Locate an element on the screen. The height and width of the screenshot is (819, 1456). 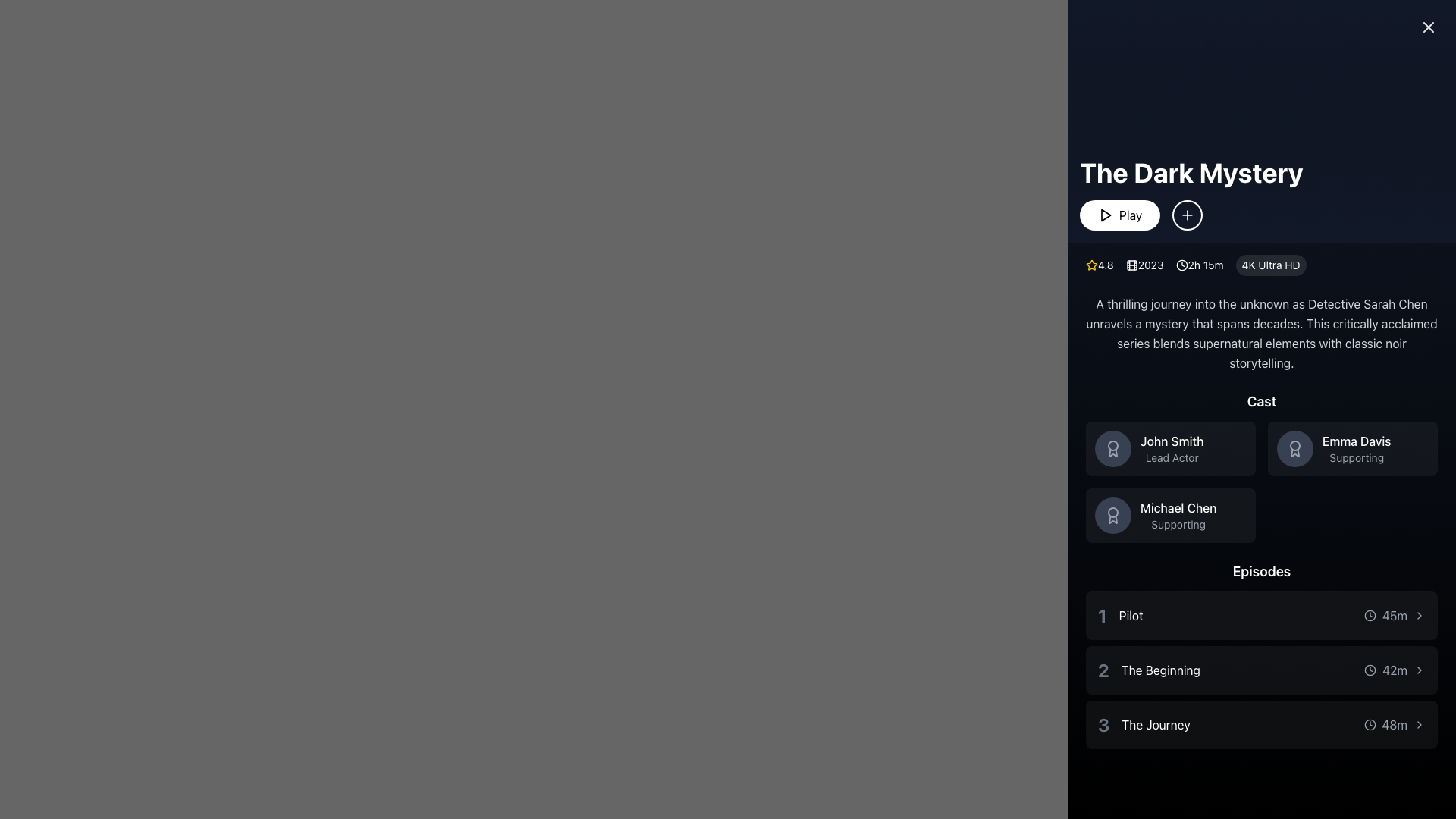
the clock icon that visually represents time, located to the left of the displayed duration '2h 15m' is located at coordinates (1181, 265).